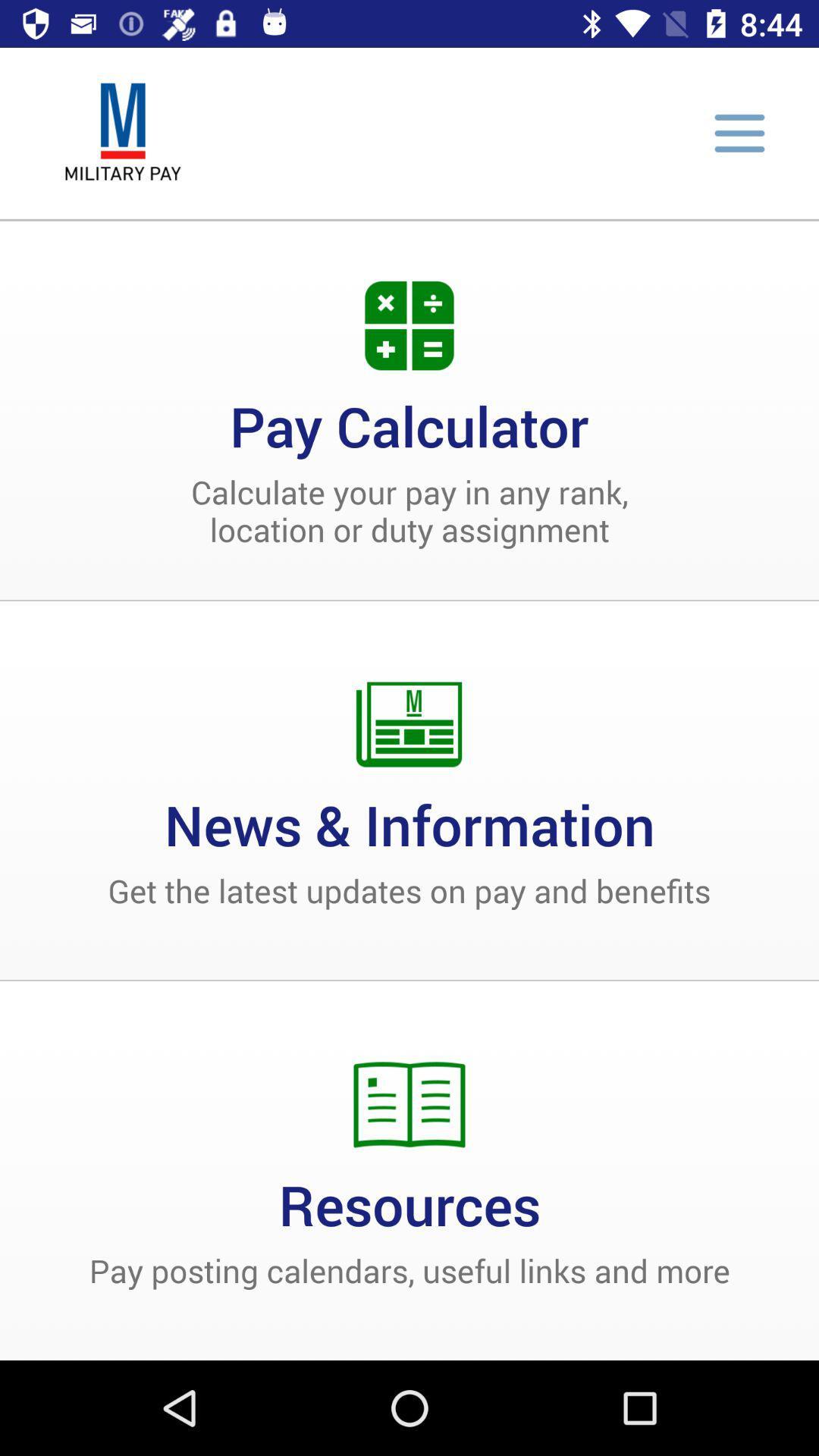 The image size is (819, 1456). Describe the element at coordinates (739, 133) in the screenshot. I see `options` at that location.